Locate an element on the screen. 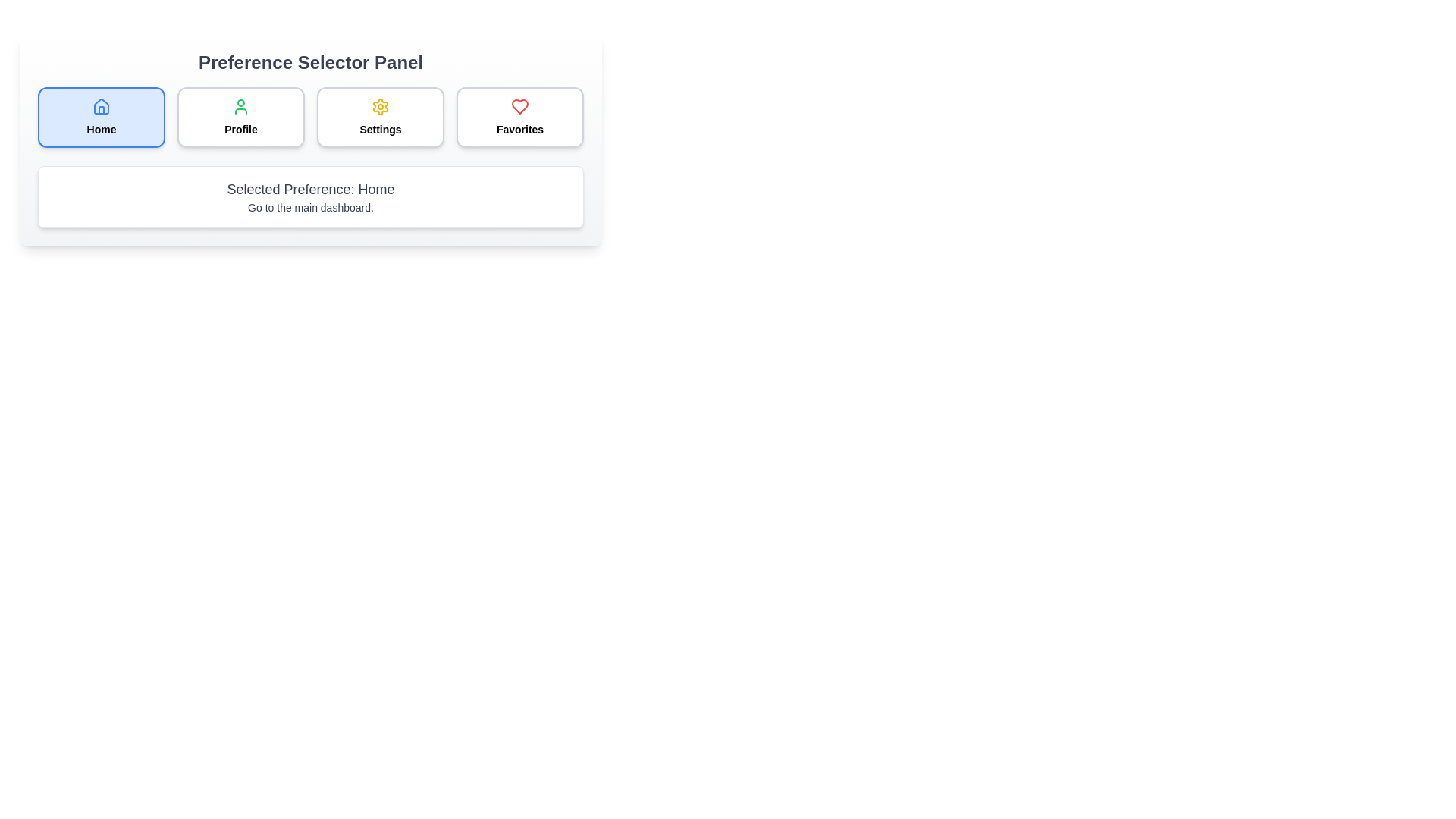 Image resolution: width=1456 pixels, height=819 pixels. the second button in the grid is located at coordinates (240, 116).